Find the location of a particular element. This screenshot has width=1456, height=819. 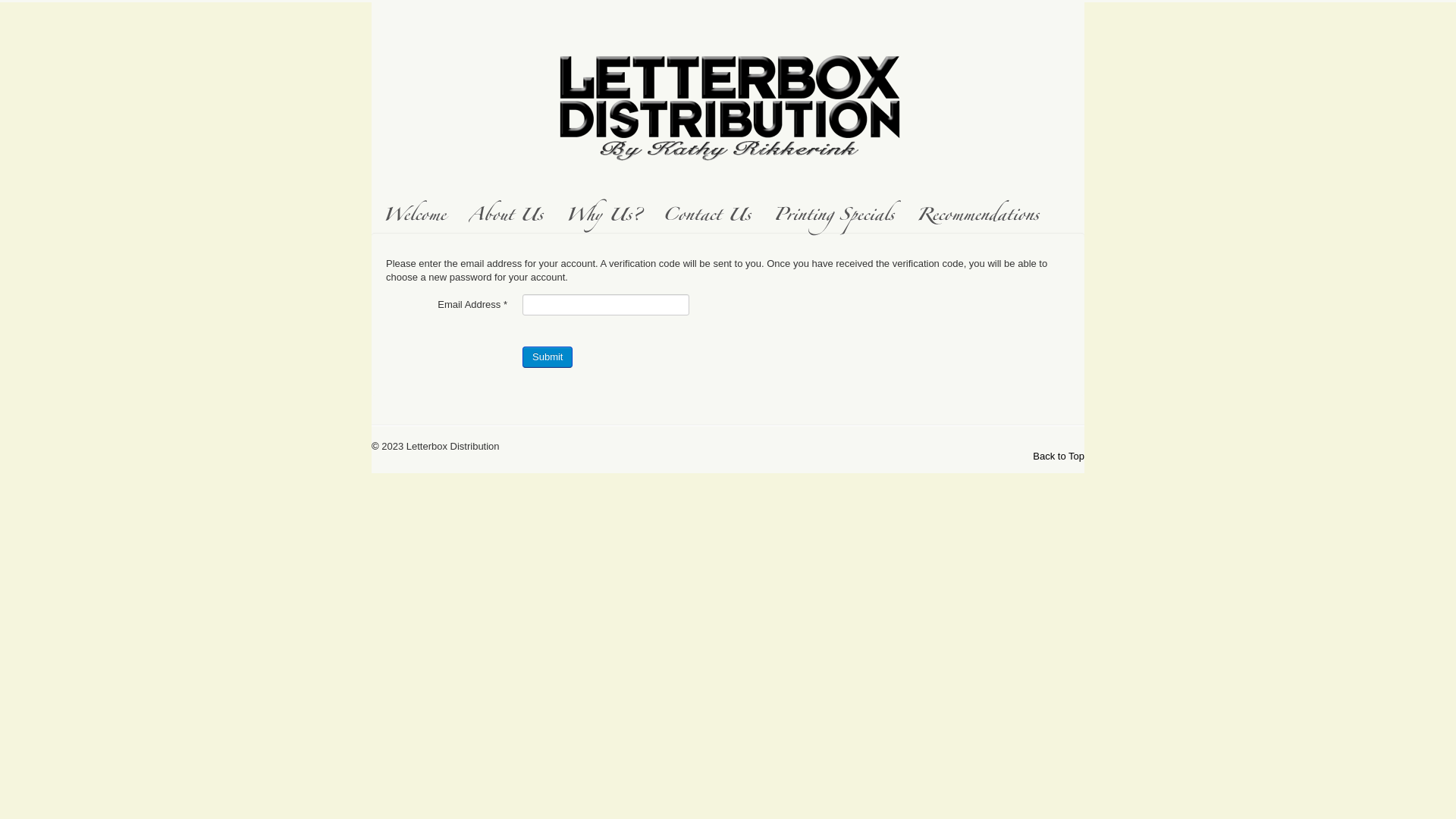

'Printing Specials' is located at coordinates (761, 217).